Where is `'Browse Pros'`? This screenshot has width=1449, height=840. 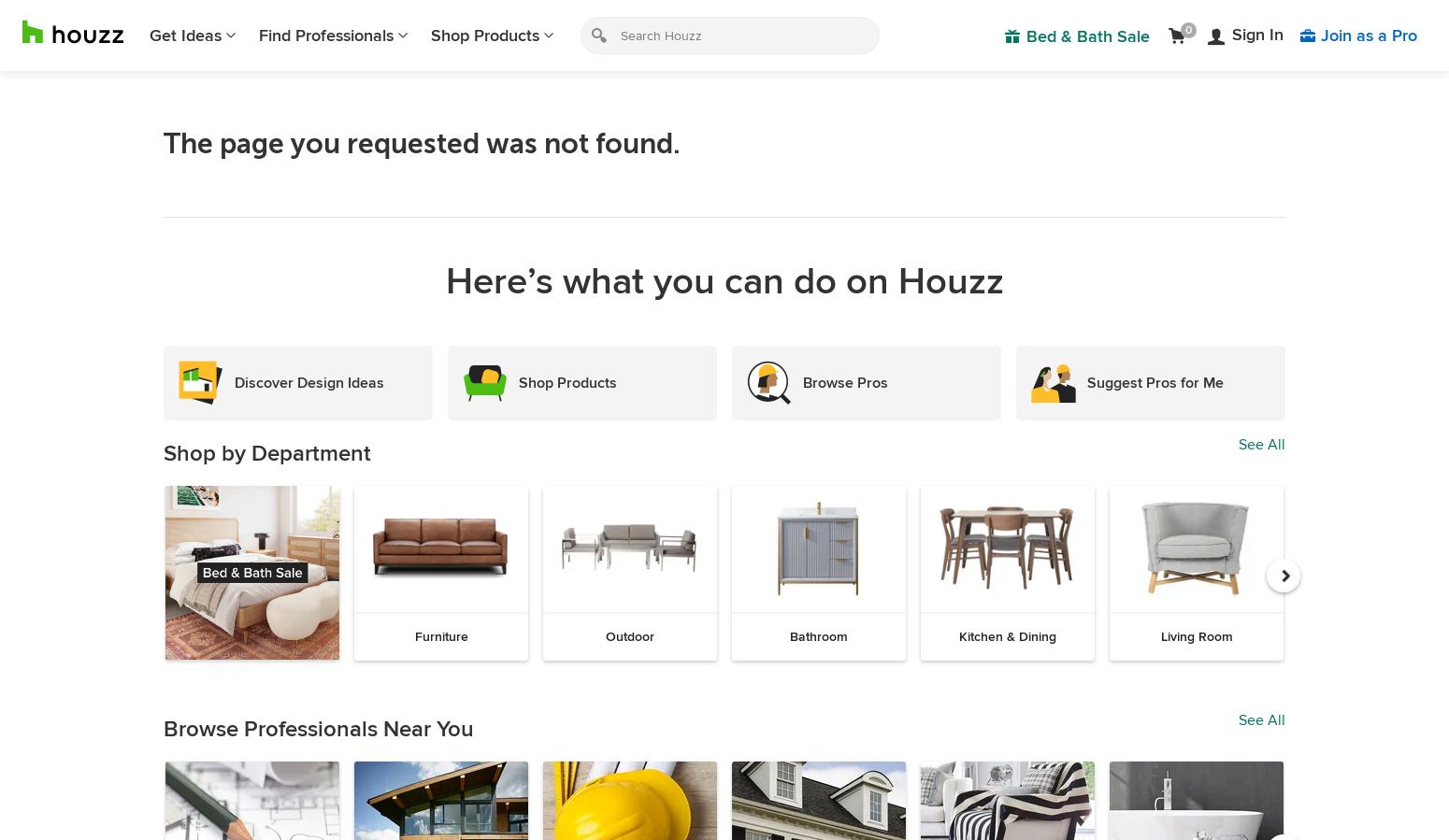
'Browse Pros' is located at coordinates (803, 380).